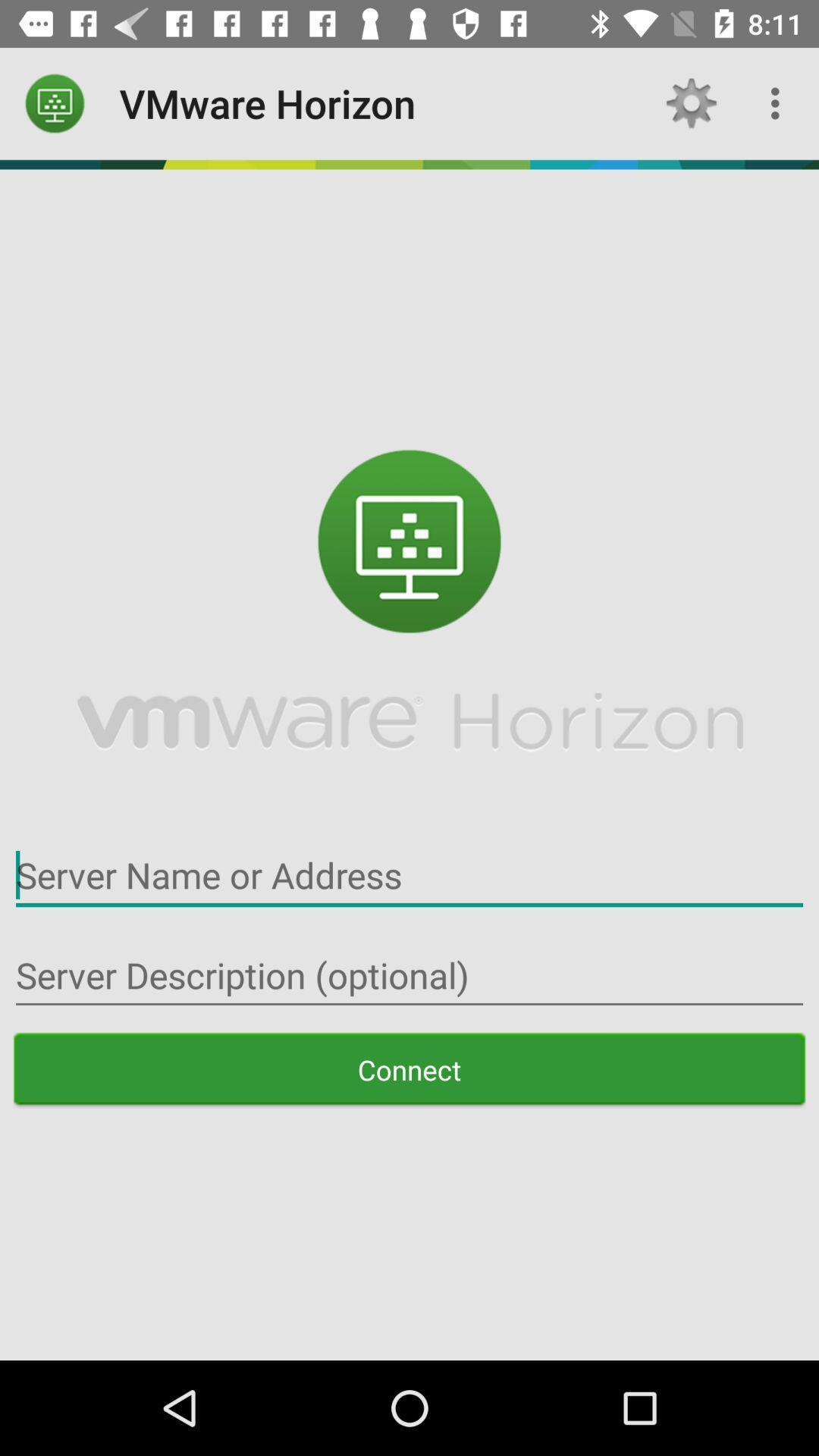  I want to click on server name or address, so click(409, 876).